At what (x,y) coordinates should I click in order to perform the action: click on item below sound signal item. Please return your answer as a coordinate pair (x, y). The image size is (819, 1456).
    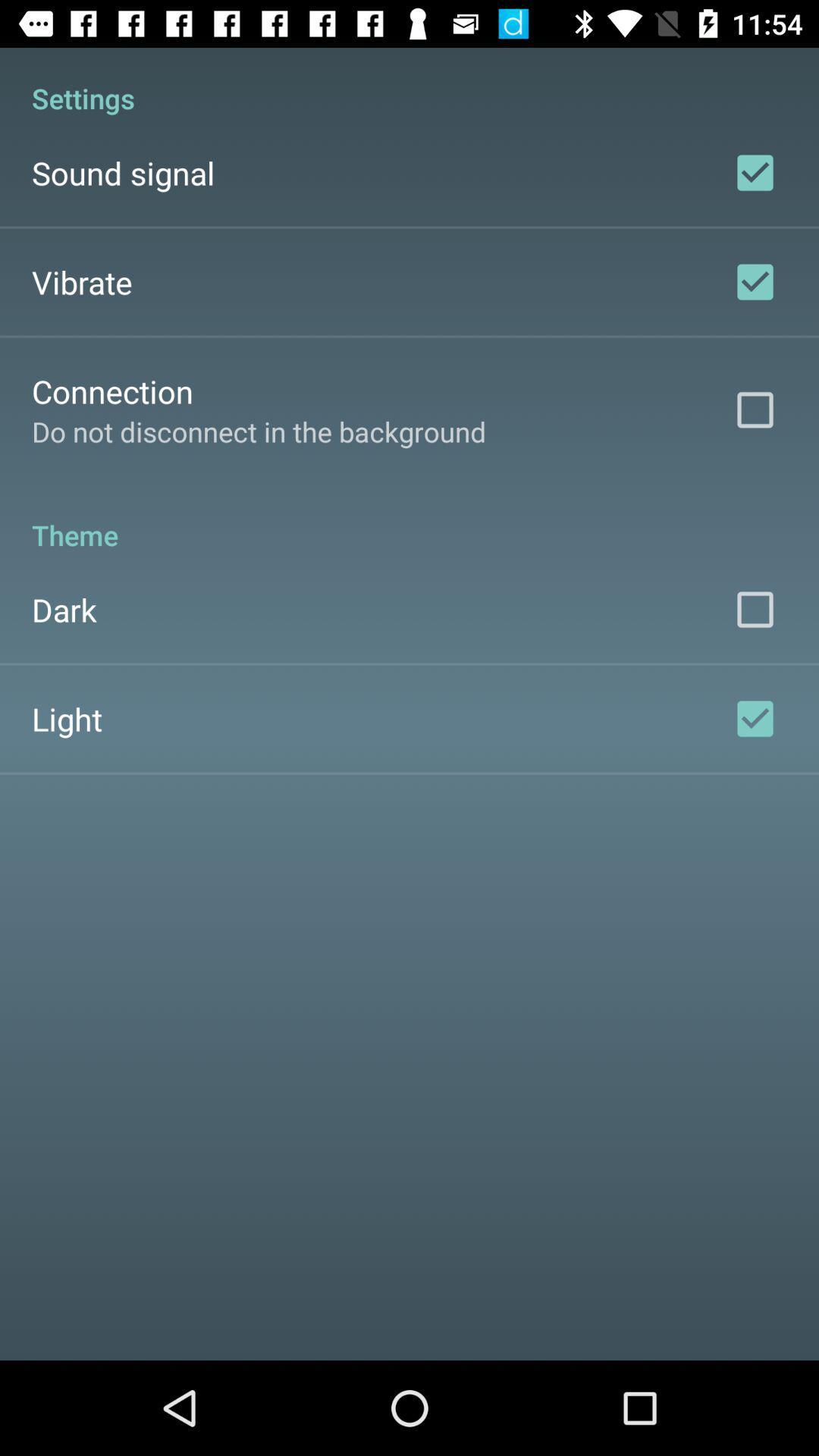
    Looking at the image, I should click on (82, 282).